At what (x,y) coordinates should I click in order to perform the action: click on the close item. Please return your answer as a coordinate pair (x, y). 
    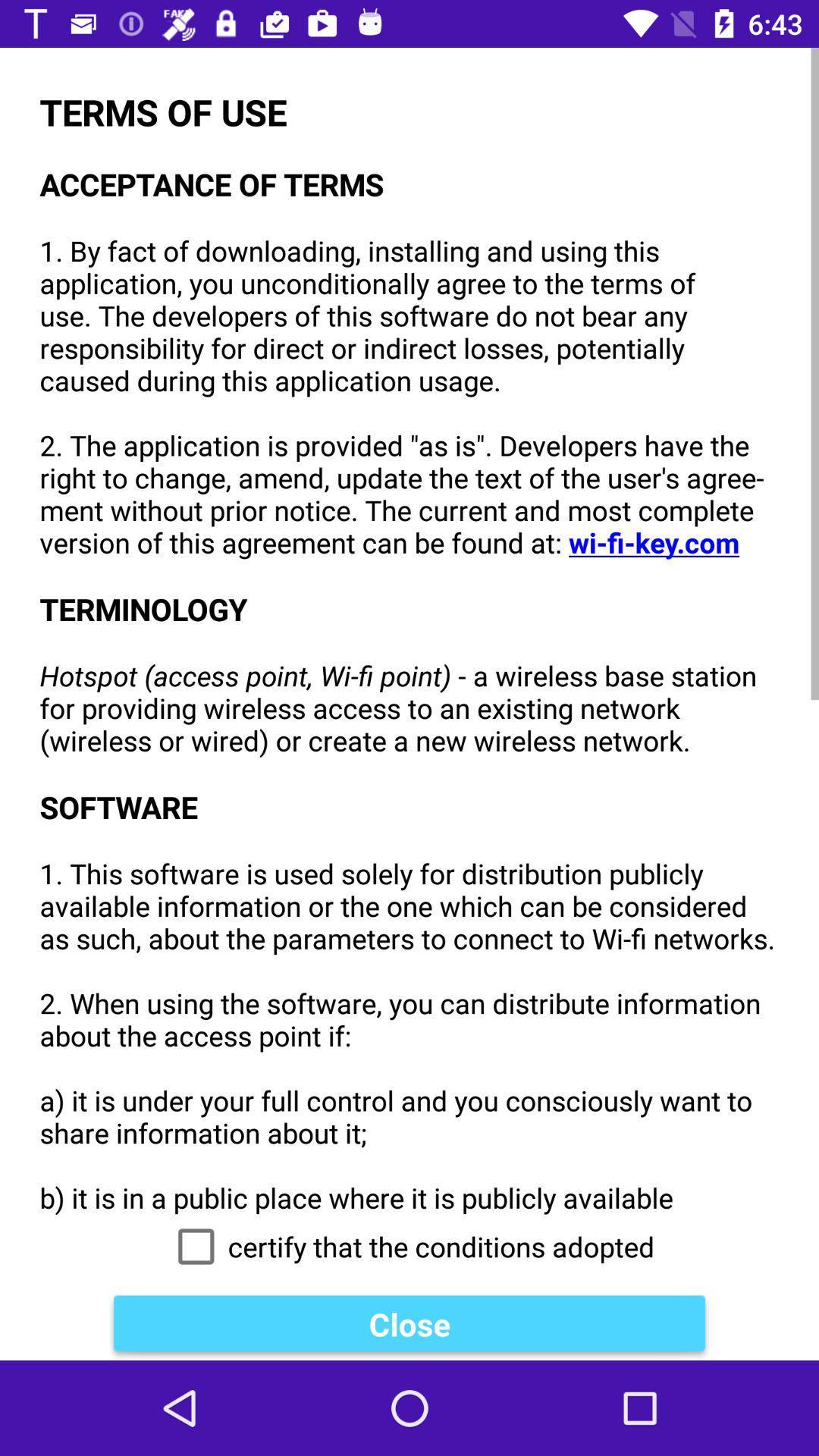
    Looking at the image, I should click on (409, 1323).